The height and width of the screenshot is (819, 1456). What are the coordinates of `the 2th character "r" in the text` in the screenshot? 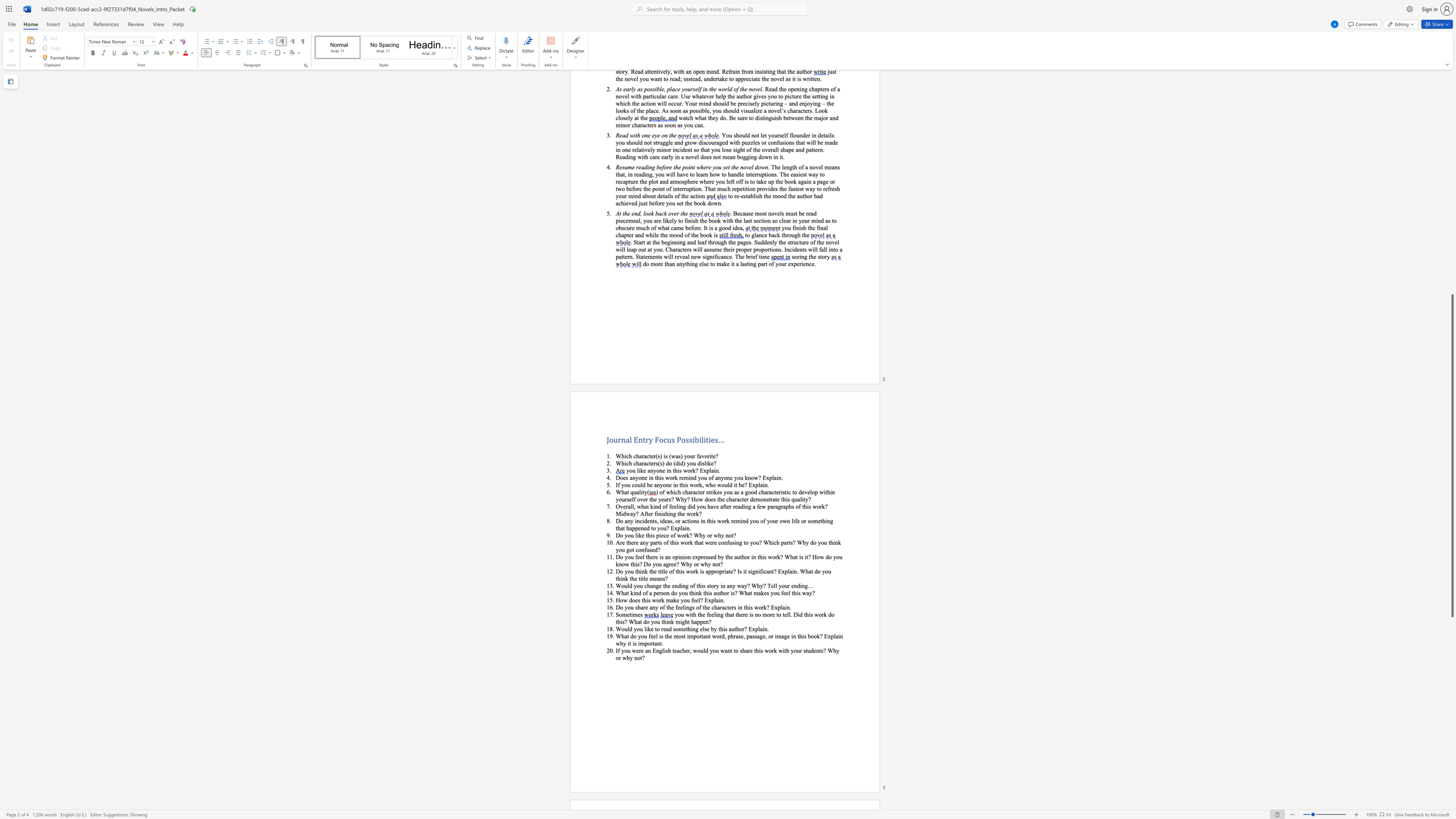 It's located at (654, 462).